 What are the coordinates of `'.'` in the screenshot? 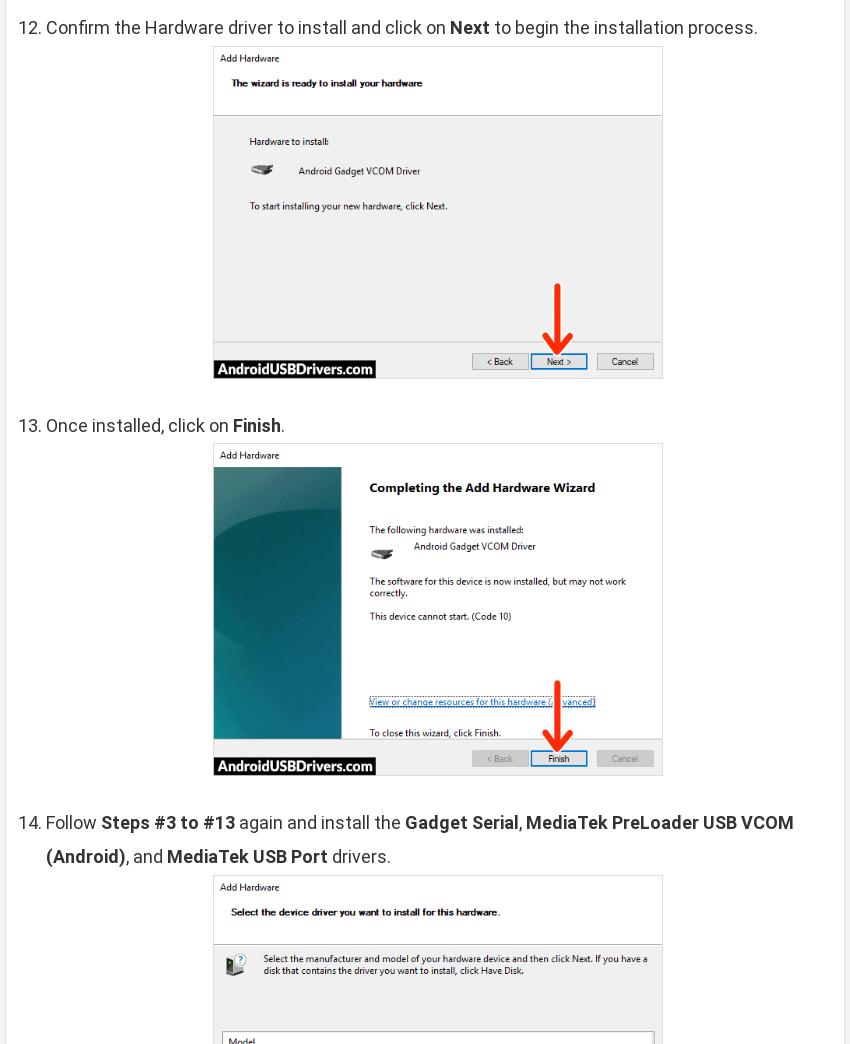 It's located at (281, 423).